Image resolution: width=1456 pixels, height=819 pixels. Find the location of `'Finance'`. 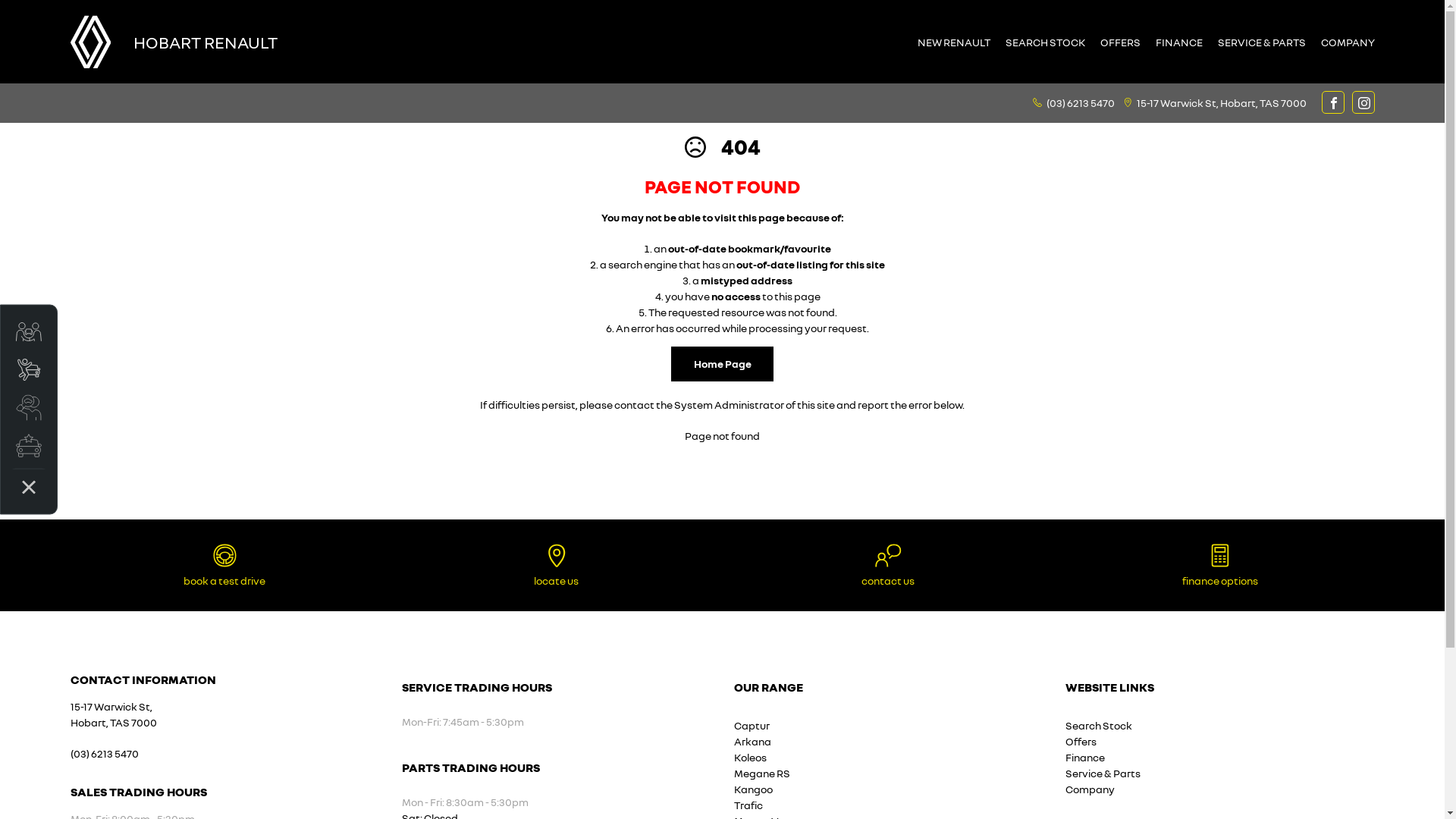

'Finance' is located at coordinates (1084, 757).